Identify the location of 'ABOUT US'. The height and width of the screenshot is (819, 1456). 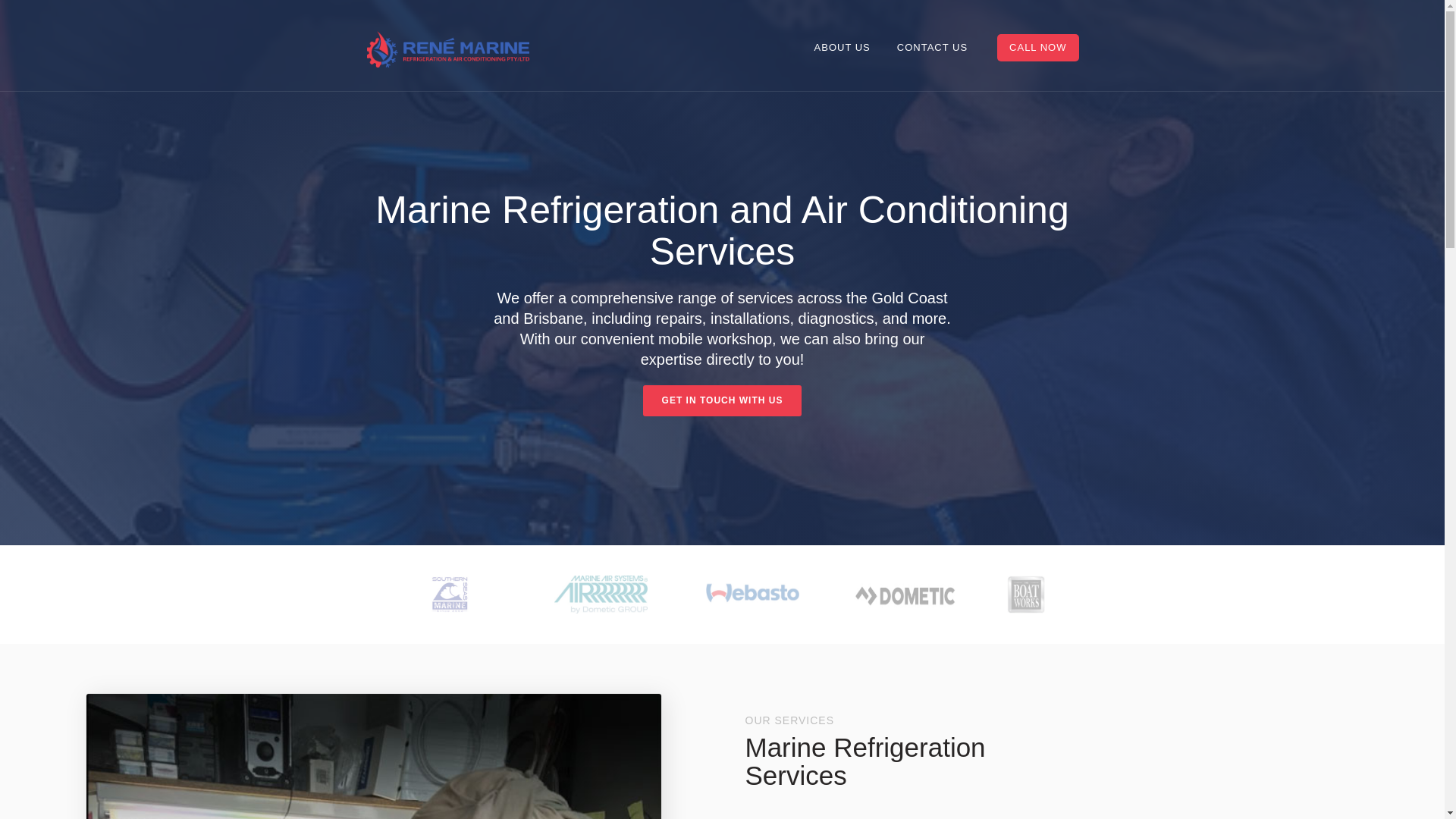
(801, 46).